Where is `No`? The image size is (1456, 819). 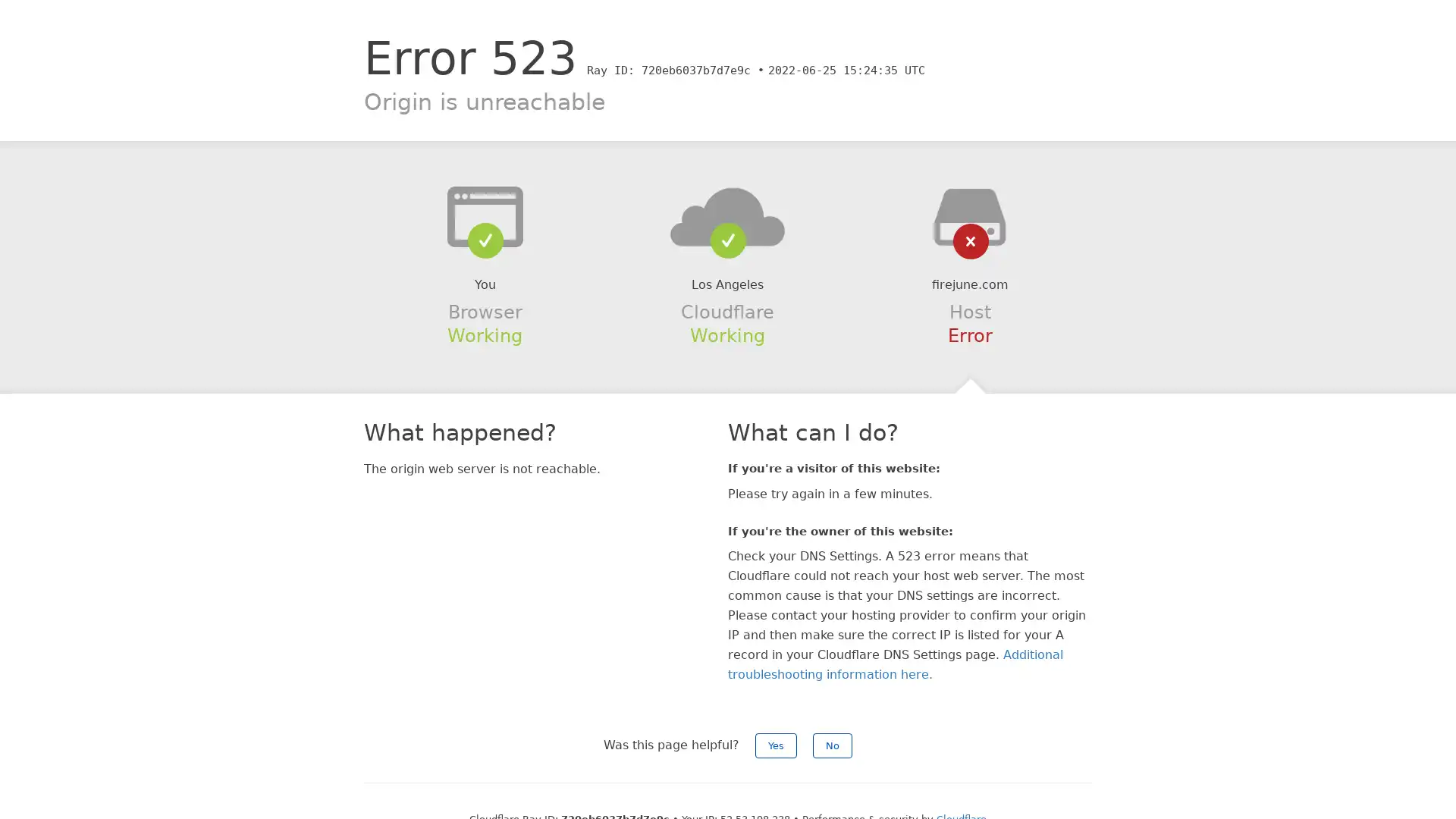
No is located at coordinates (832, 745).